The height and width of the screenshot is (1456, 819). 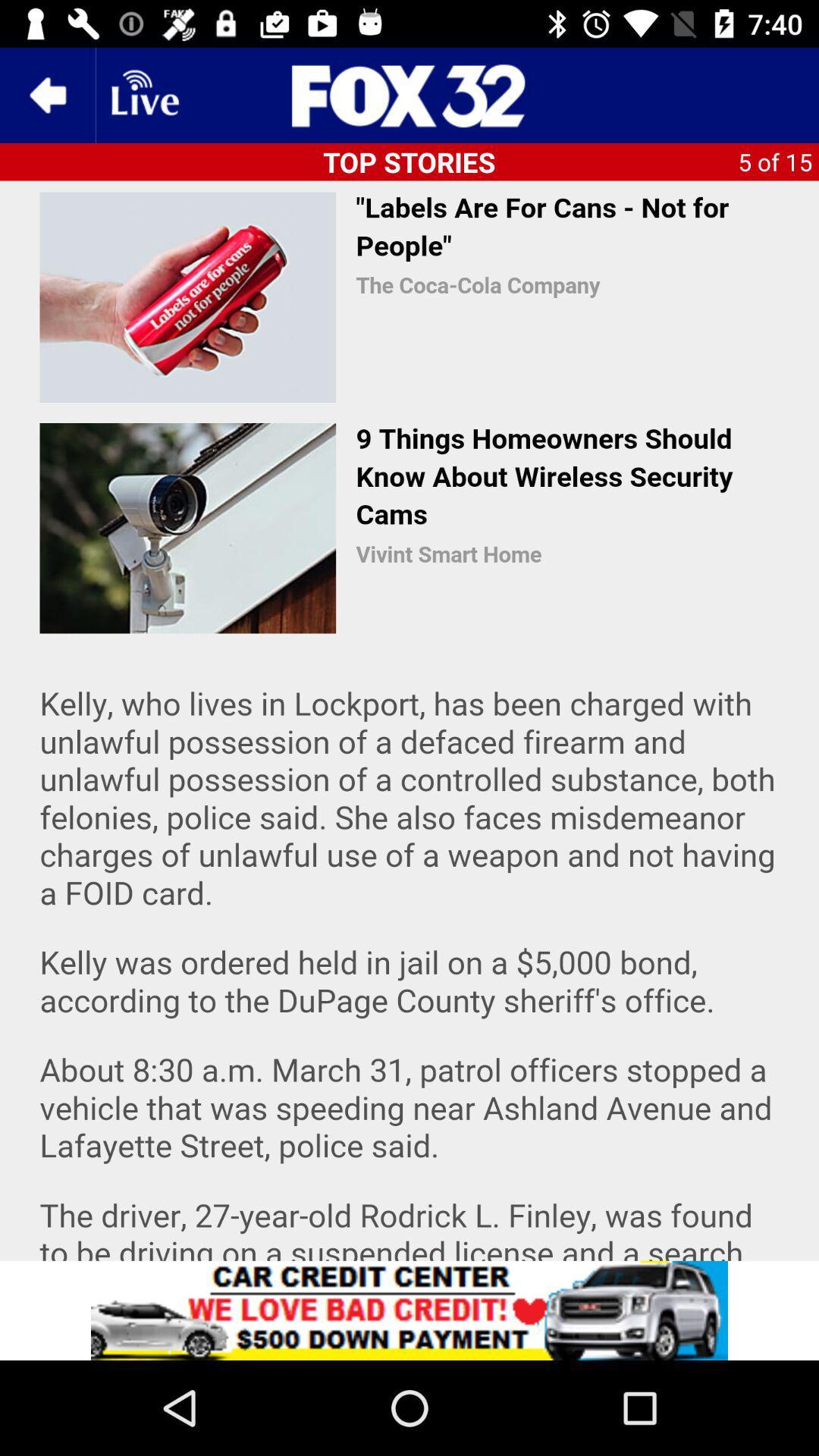 What do you see at coordinates (46, 94) in the screenshot?
I see `back button` at bounding box center [46, 94].